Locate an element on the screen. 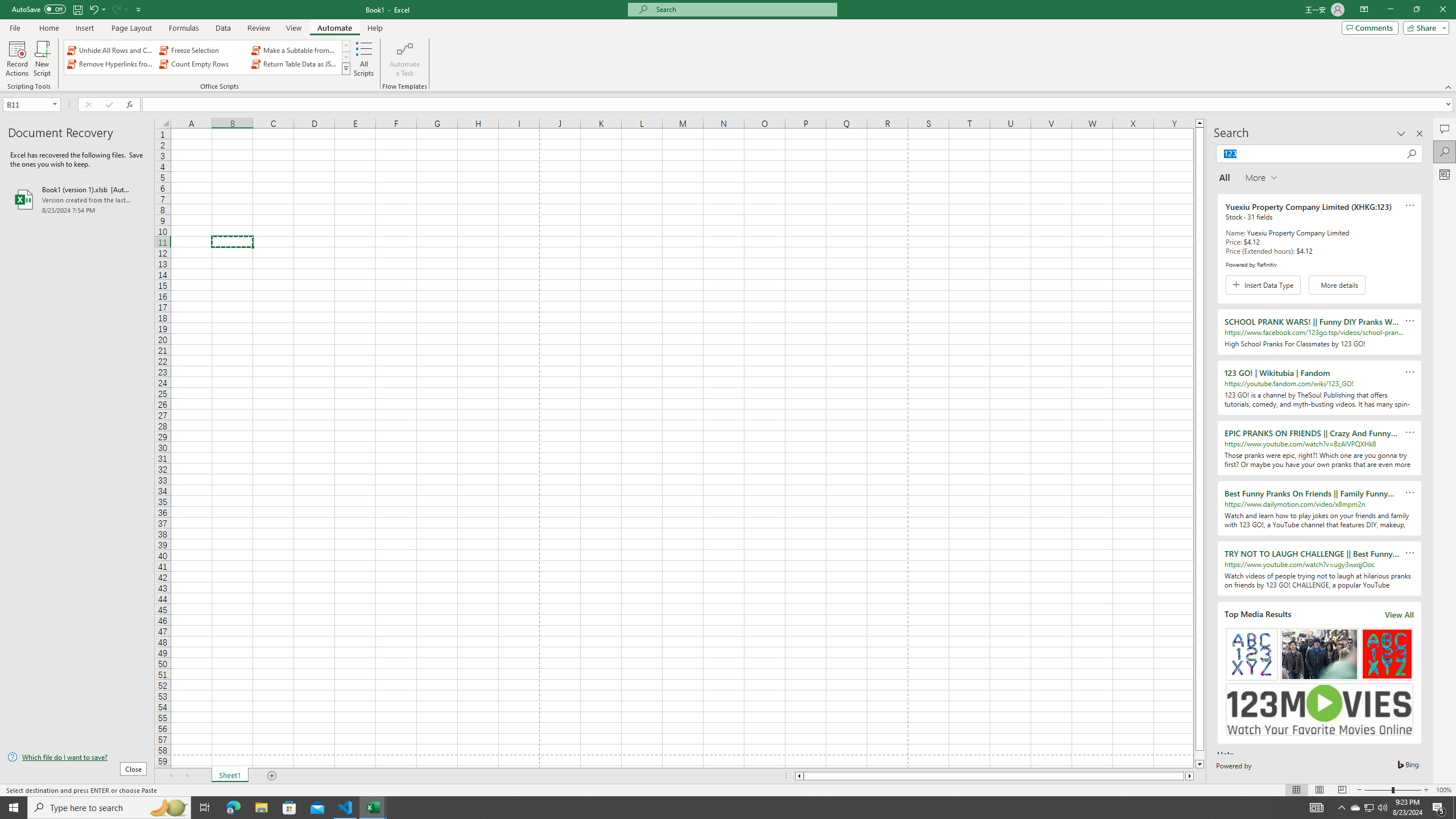 This screenshot has height=819, width=1456. 'AutomationID: OfficeScriptsGallery' is located at coordinates (206, 57).